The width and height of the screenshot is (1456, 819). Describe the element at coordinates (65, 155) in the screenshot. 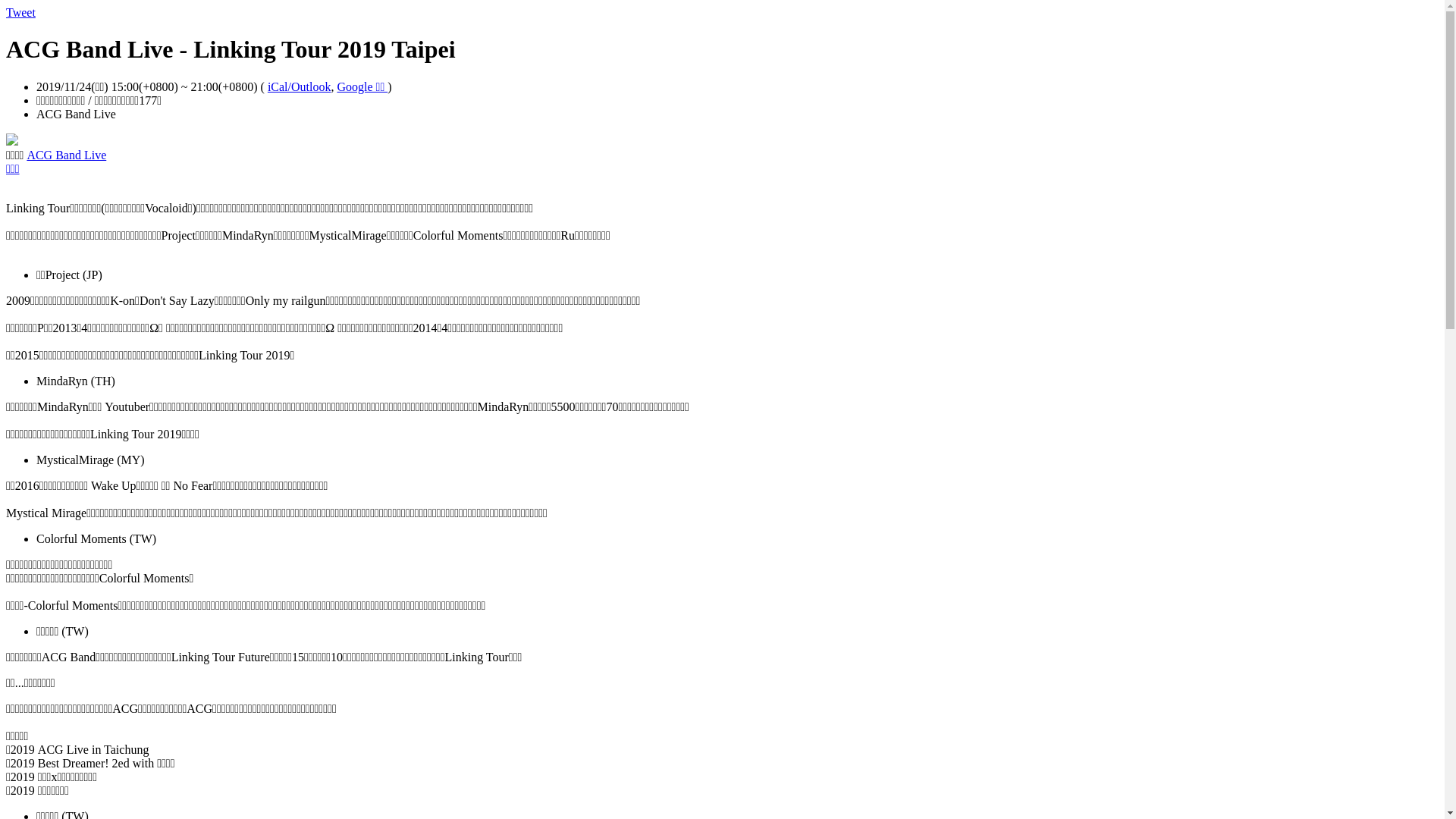

I see `'ACG Band Live'` at that location.